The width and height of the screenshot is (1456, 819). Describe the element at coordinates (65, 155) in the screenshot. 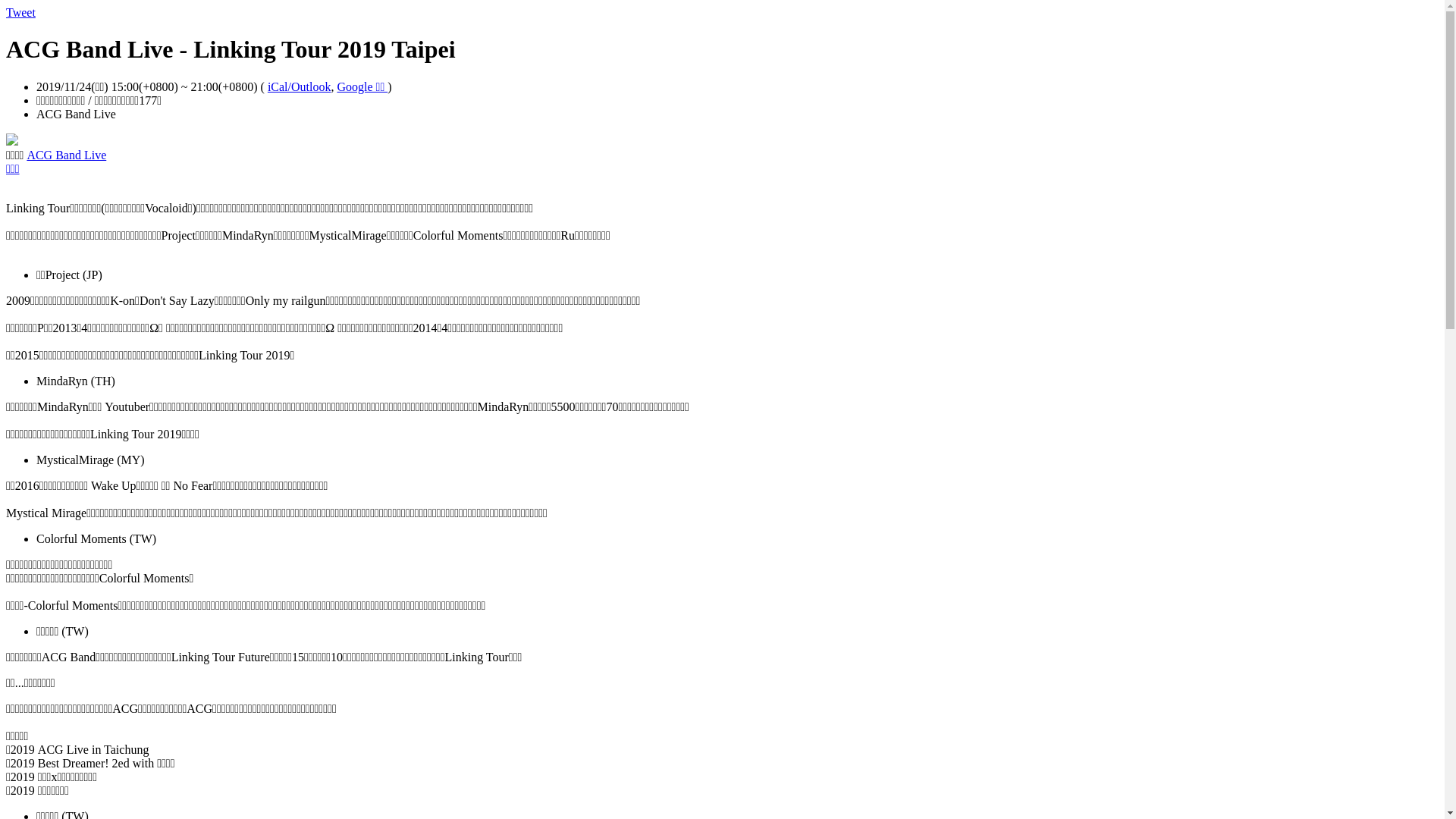

I see `'ACG Band Live'` at that location.